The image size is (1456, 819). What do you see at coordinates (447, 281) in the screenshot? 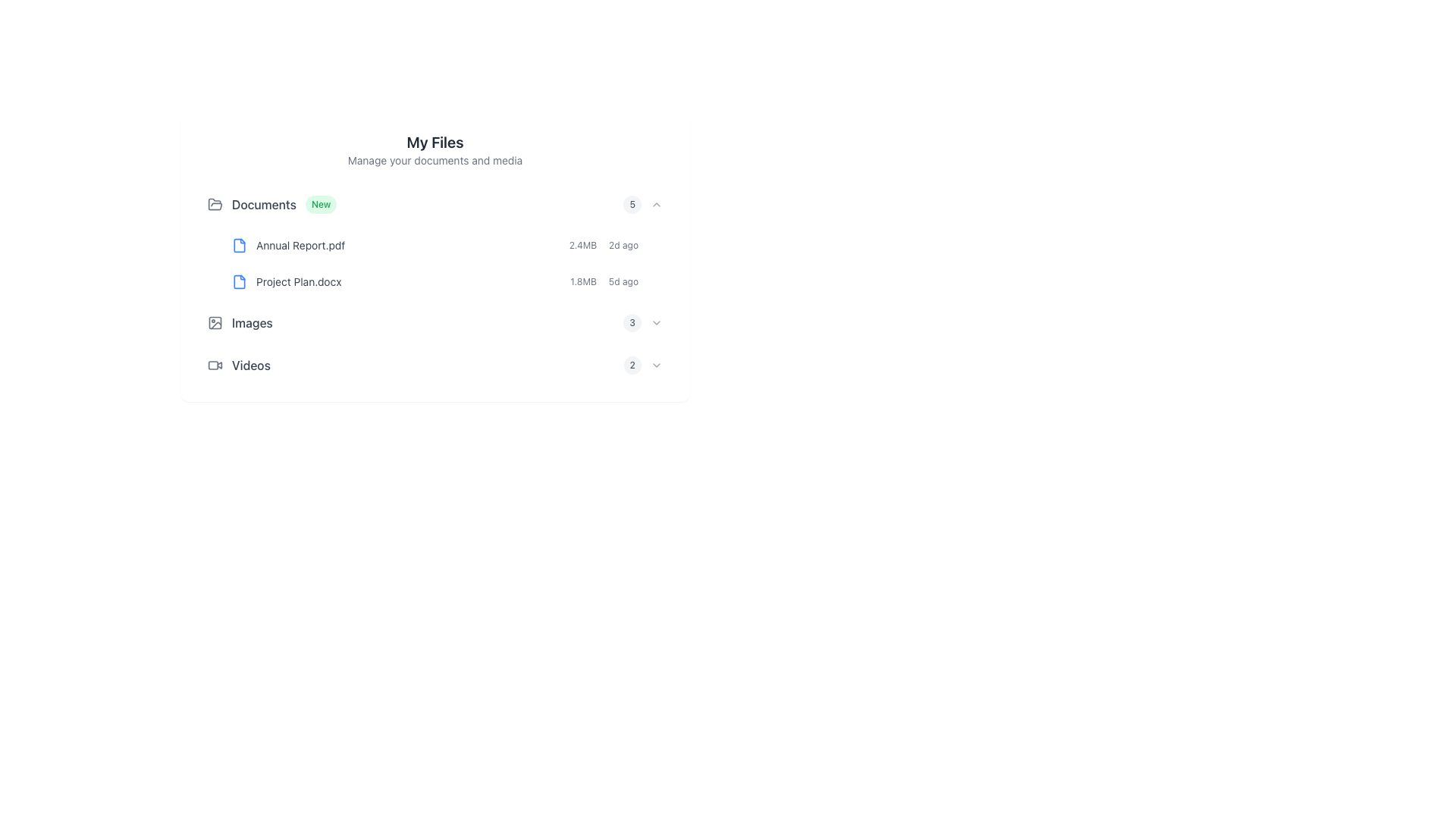
I see `the 'Project Plan.docx' file entry in the 'Documents' section of the 'My Files' interface` at bounding box center [447, 281].